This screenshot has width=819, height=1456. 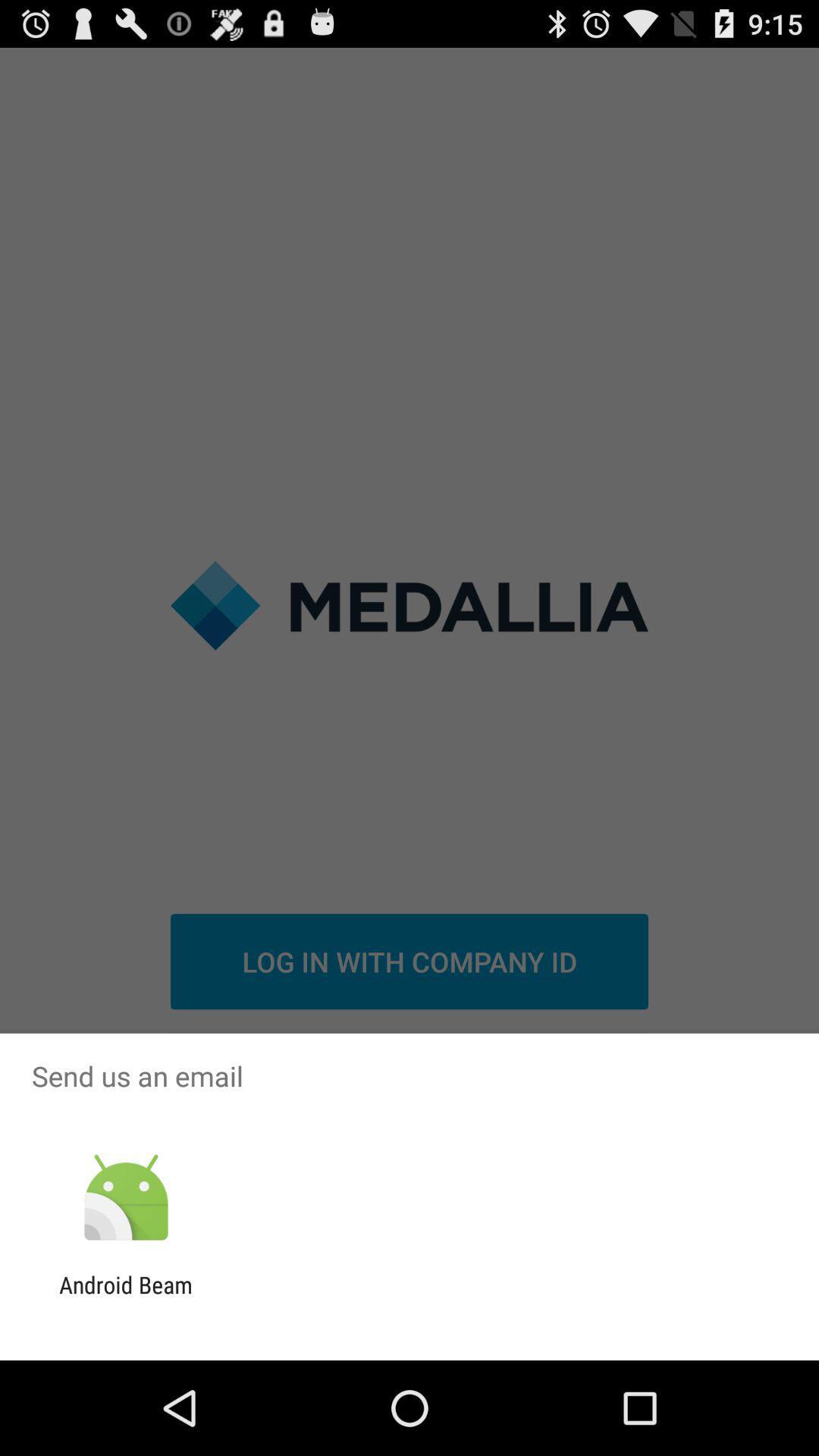 What do you see at coordinates (125, 1197) in the screenshot?
I see `icon above the android beam icon` at bounding box center [125, 1197].